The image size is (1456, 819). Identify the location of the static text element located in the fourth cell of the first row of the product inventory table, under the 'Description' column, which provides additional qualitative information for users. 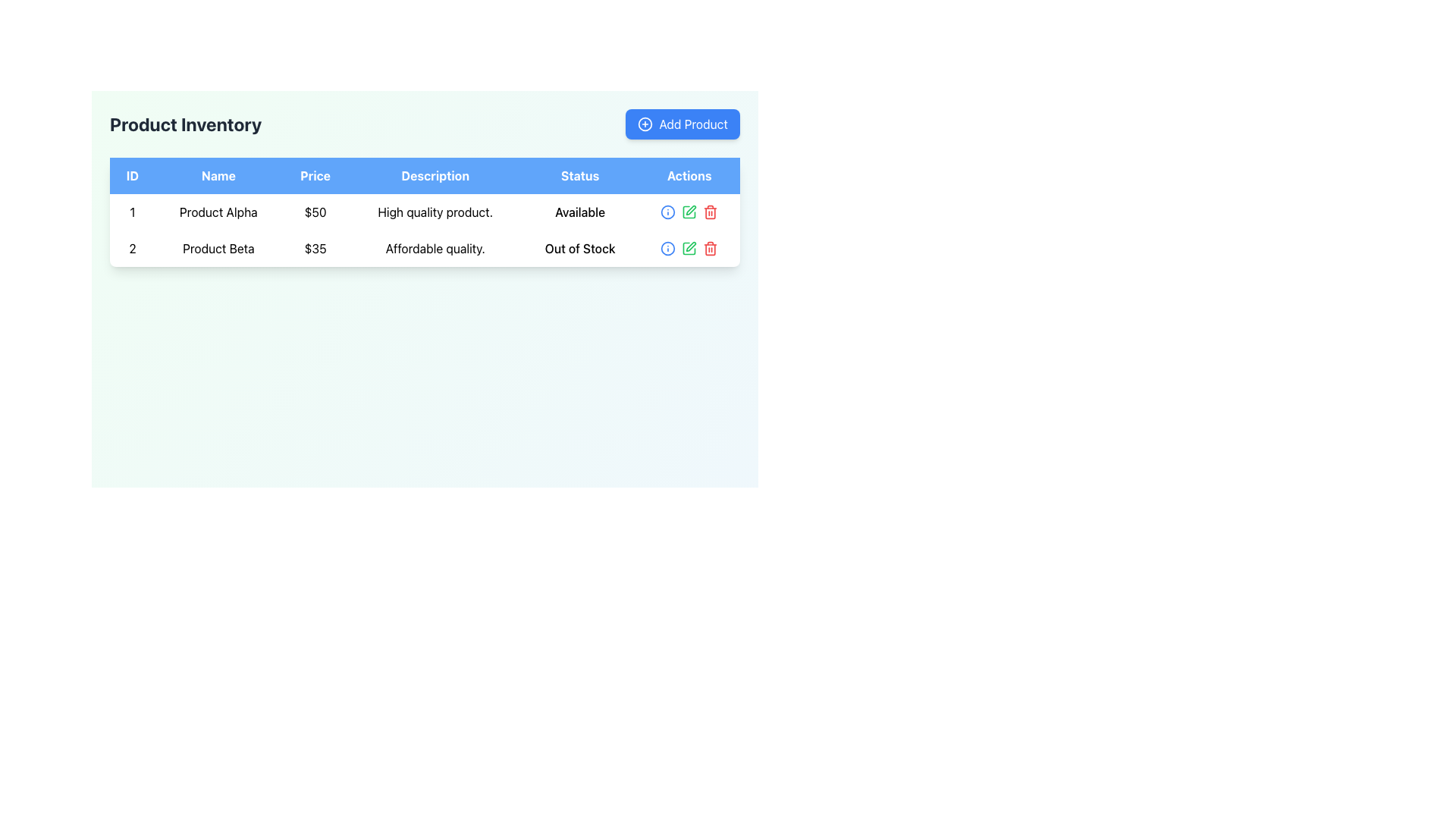
(435, 212).